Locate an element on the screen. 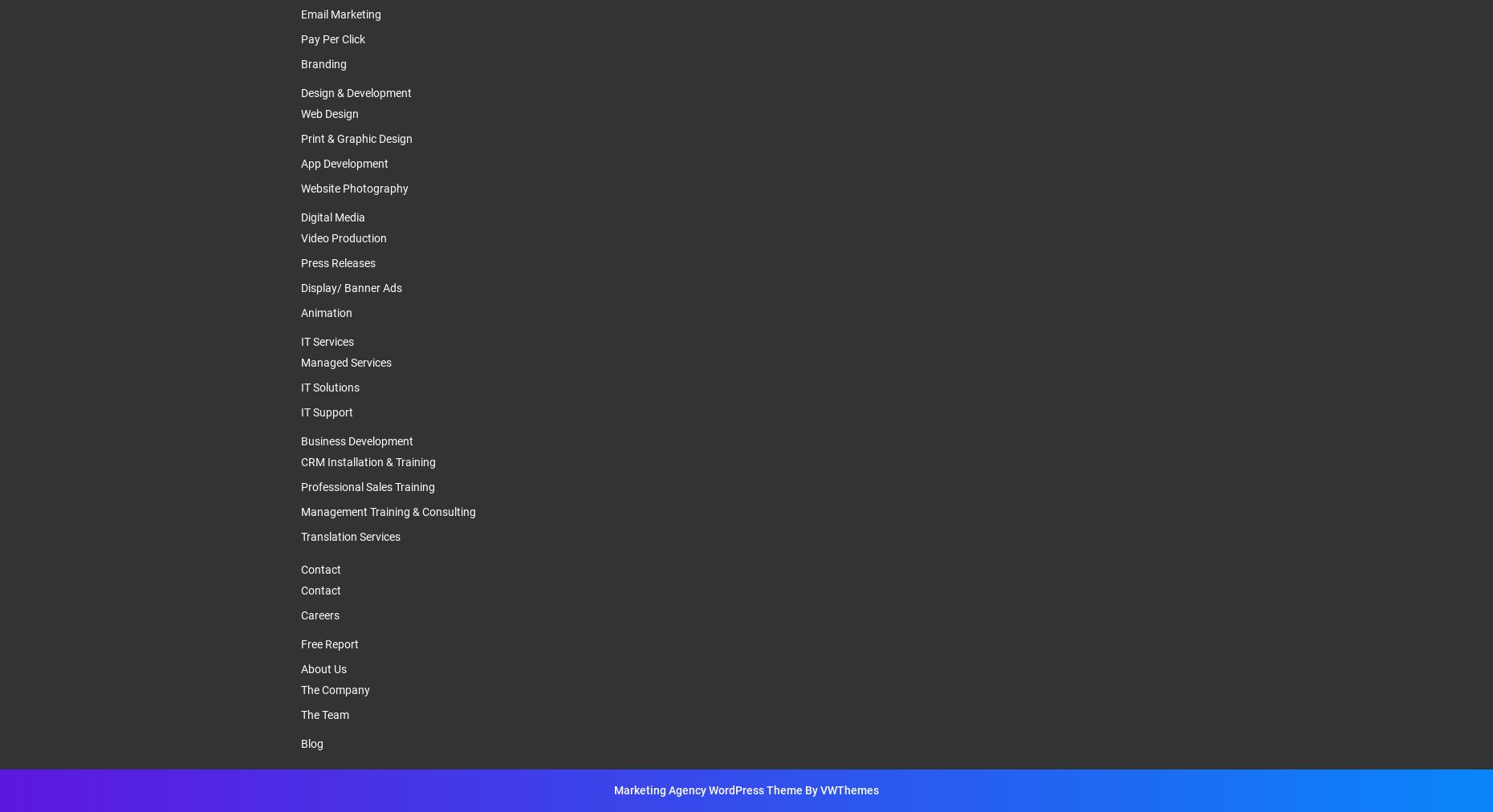 Image resolution: width=1493 pixels, height=812 pixels. 'IT Solutions' is located at coordinates (330, 388).